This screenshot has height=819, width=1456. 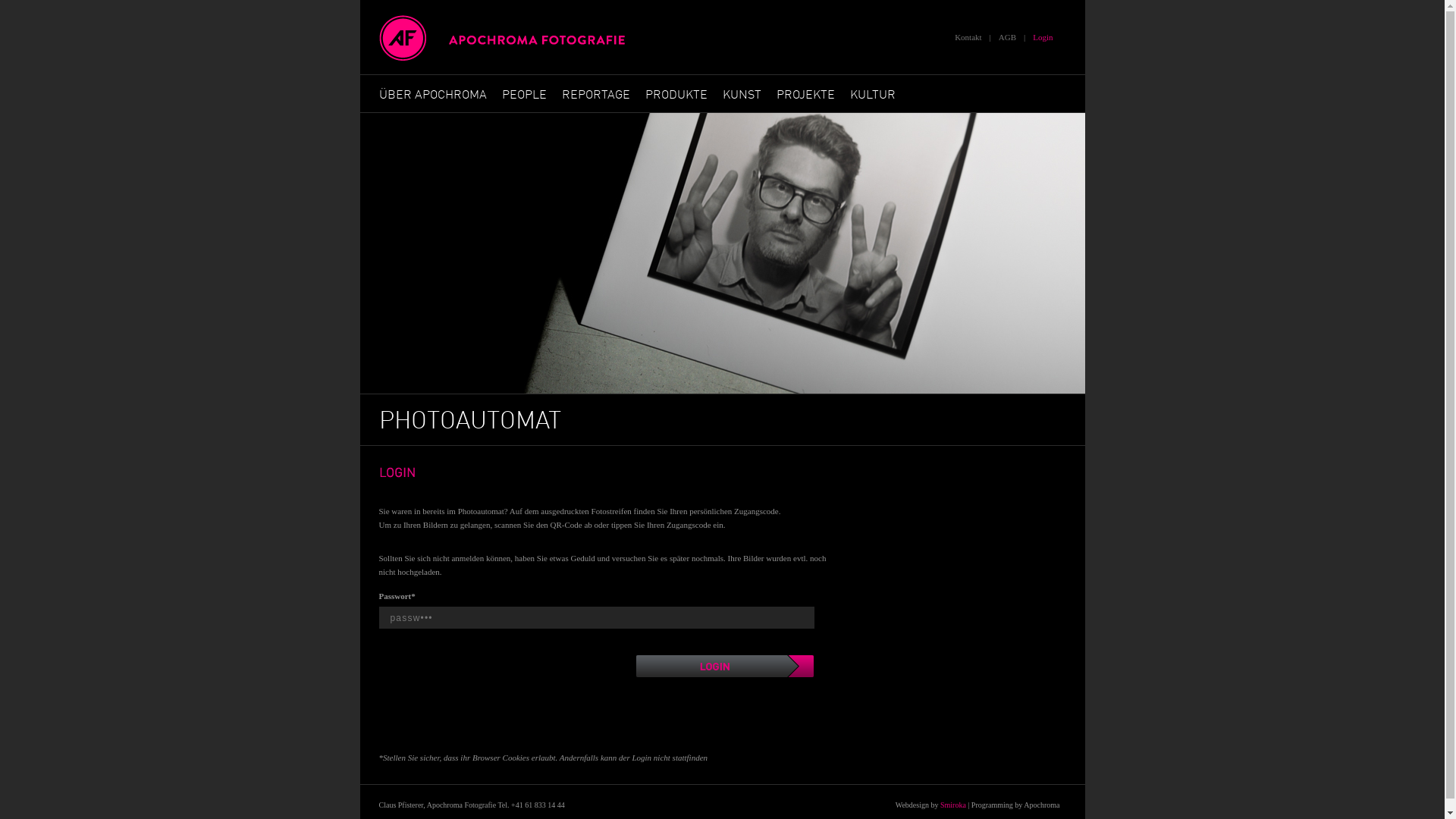 I want to click on 'Kontakt', so click(x=967, y=36).